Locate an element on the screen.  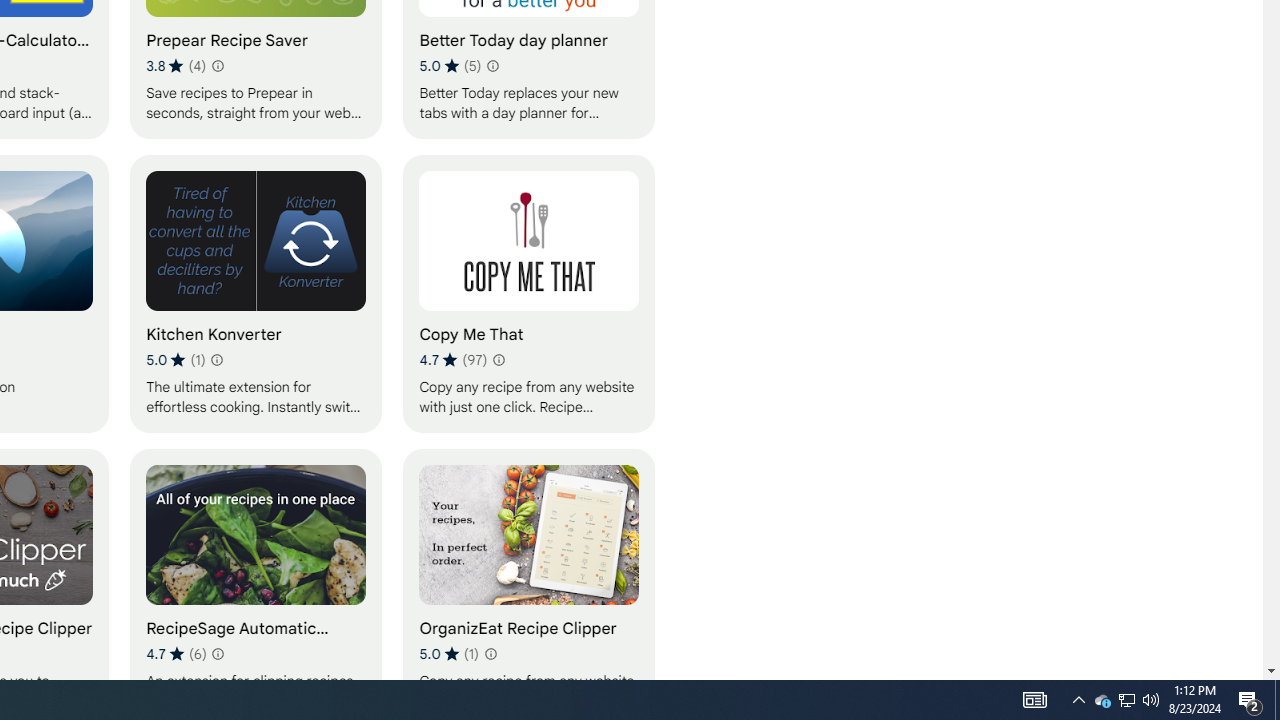
'Average rating 4.7 out of 5 stars. 6 ratings.' is located at coordinates (176, 653).